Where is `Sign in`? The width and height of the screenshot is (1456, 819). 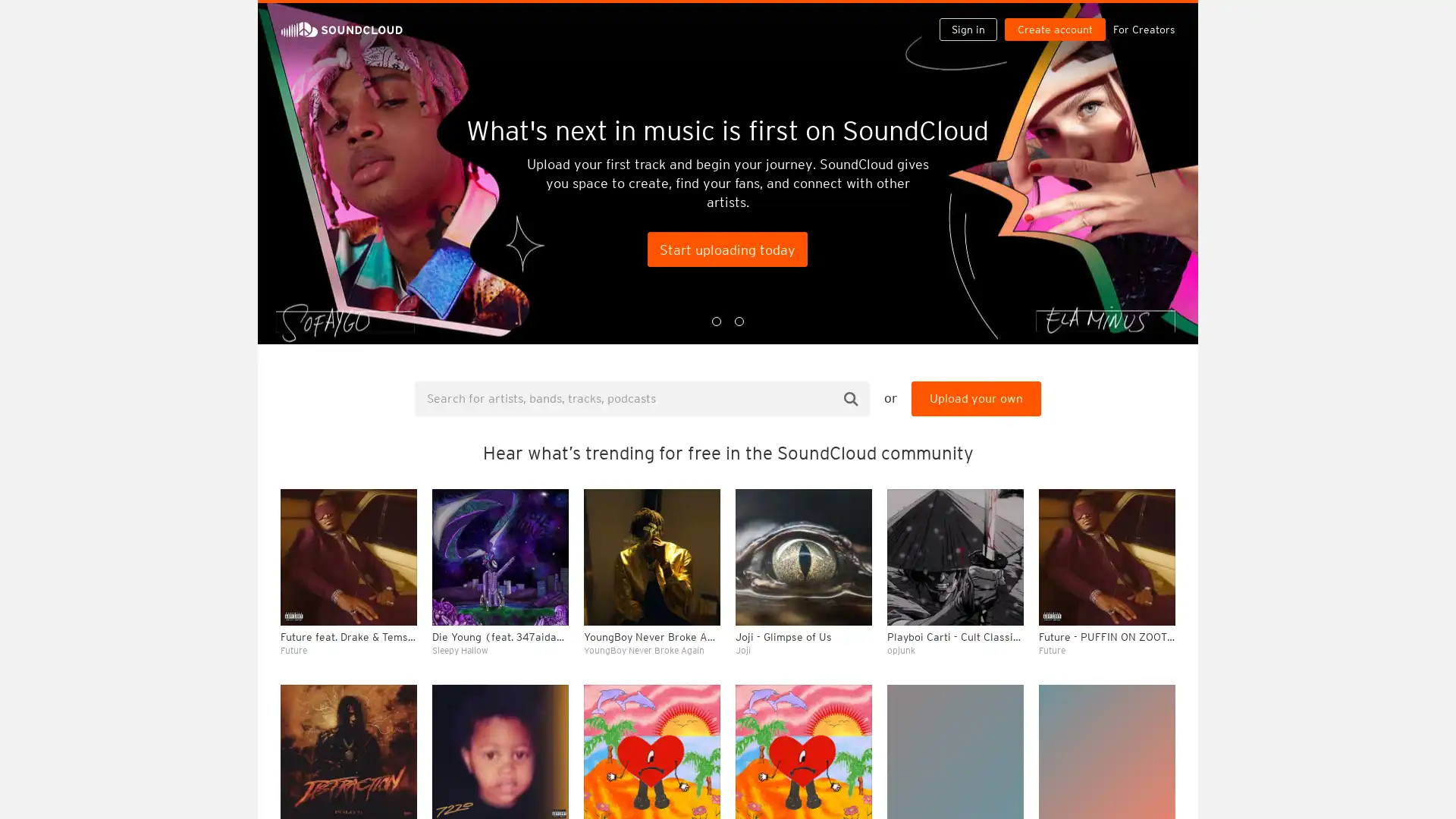
Sign in is located at coordinates (967, 29).